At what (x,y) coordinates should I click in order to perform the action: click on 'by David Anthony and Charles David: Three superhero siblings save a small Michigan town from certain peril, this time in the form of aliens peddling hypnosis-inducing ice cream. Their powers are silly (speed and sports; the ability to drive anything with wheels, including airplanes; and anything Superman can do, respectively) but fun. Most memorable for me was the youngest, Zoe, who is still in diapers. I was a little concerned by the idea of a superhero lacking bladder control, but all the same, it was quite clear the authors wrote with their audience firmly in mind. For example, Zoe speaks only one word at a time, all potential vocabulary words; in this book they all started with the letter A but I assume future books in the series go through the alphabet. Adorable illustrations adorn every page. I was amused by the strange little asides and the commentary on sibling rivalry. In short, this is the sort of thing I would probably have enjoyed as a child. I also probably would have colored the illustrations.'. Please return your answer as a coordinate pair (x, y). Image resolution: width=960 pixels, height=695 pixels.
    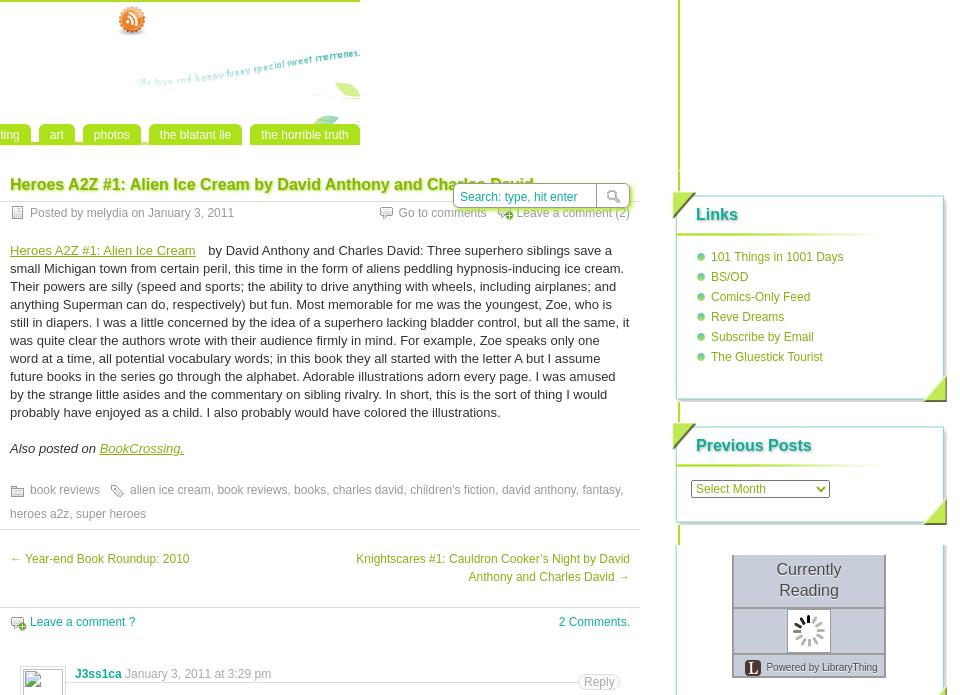
    Looking at the image, I should click on (319, 331).